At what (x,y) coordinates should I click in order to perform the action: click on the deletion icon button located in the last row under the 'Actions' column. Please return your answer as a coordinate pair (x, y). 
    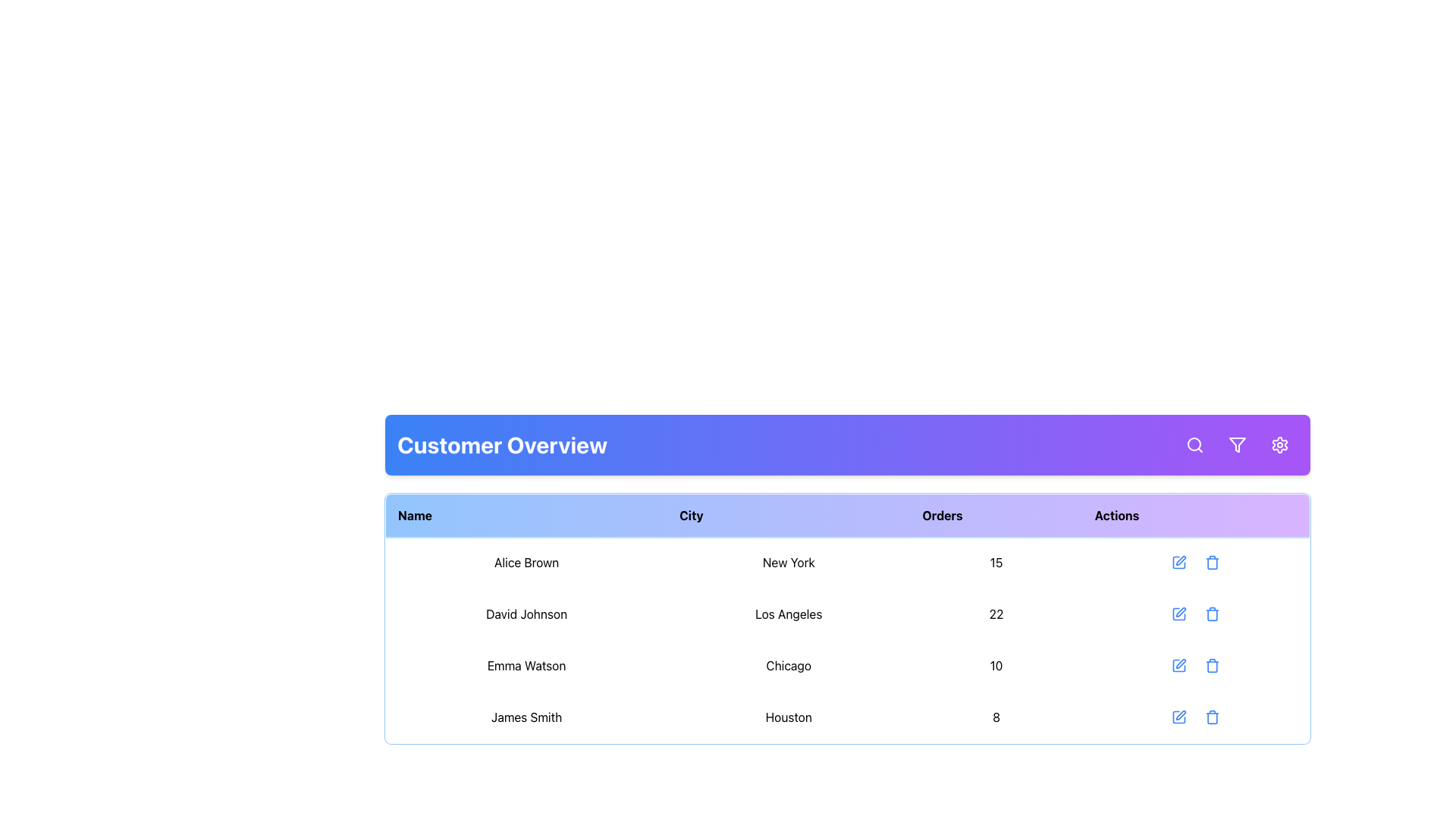
    Looking at the image, I should click on (1211, 717).